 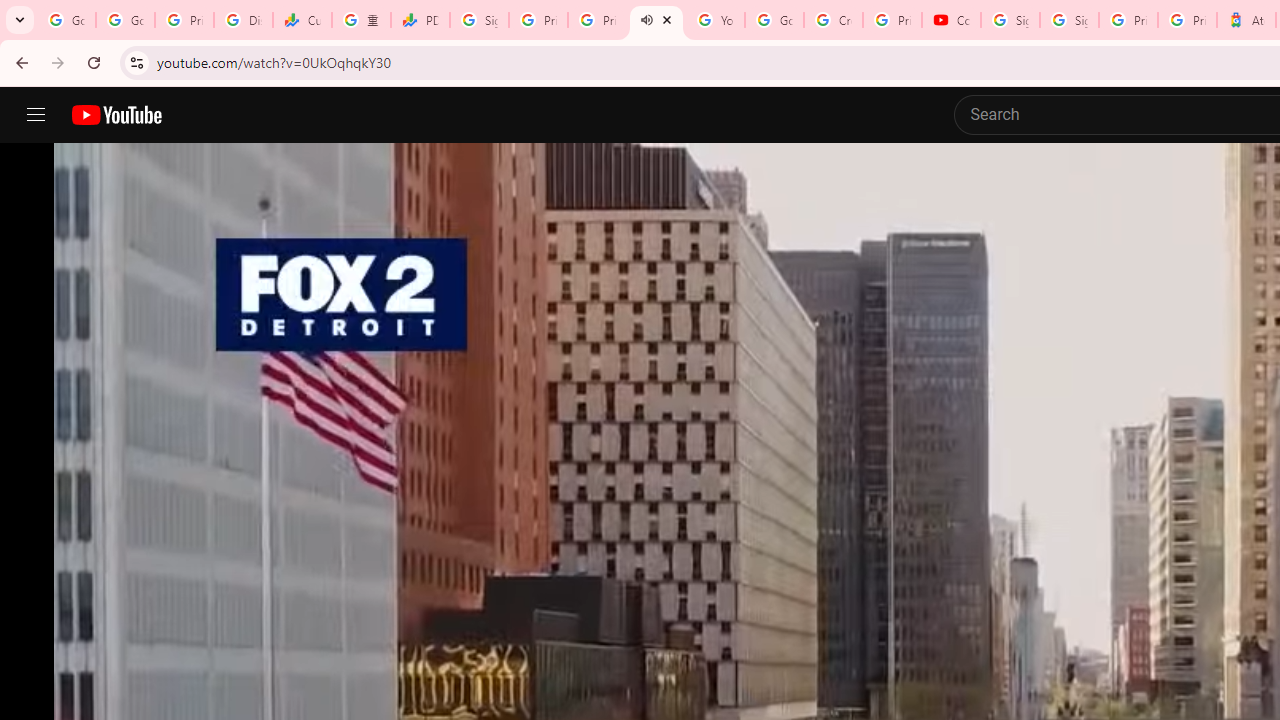 What do you see at coordinates (35, 115) in the screenshot?
I see `'Guide'` at bounding box center [35, 115].